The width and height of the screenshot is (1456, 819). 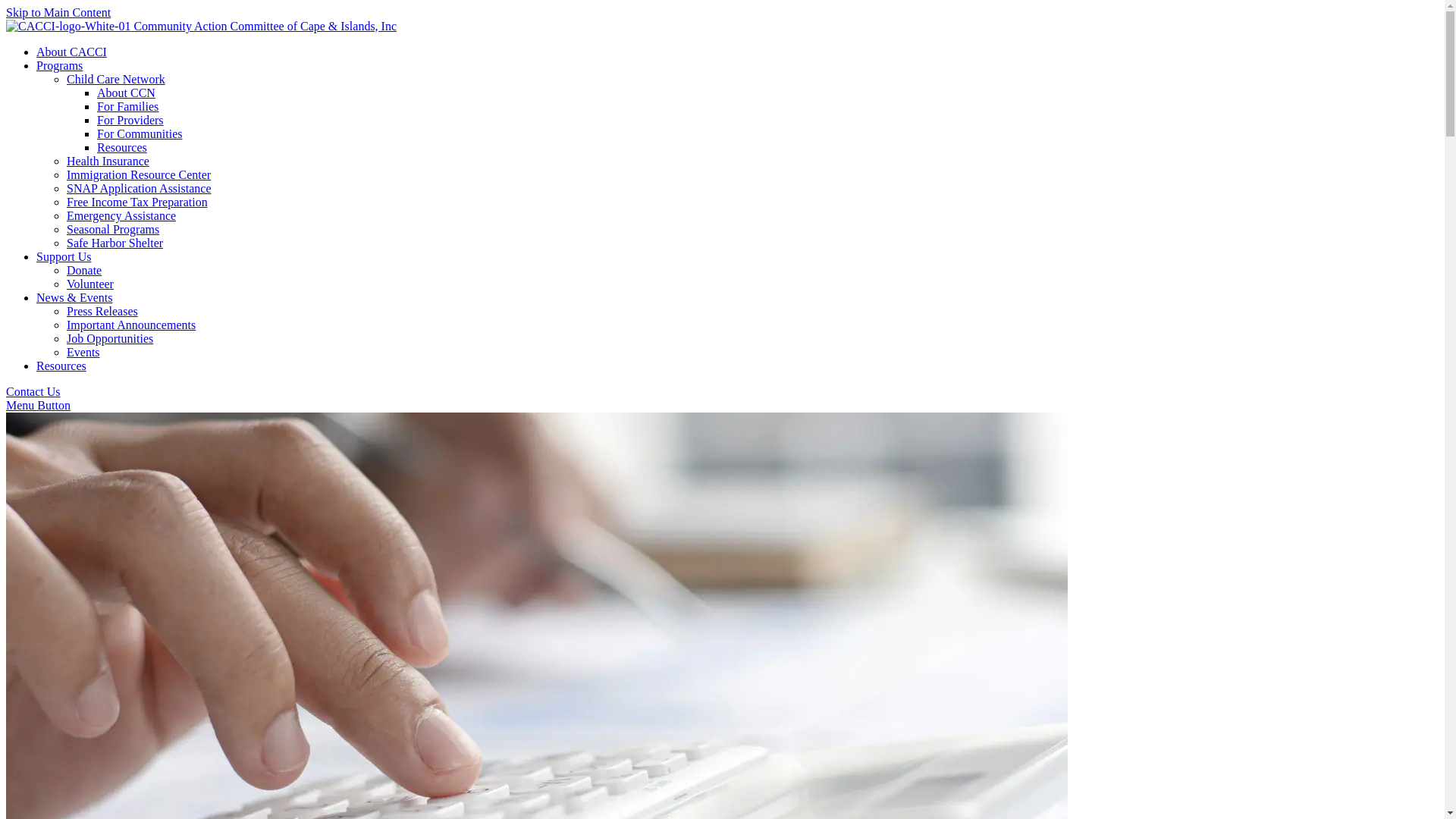 I want to click on 'Health Insurance', so click(x=107, y=161).